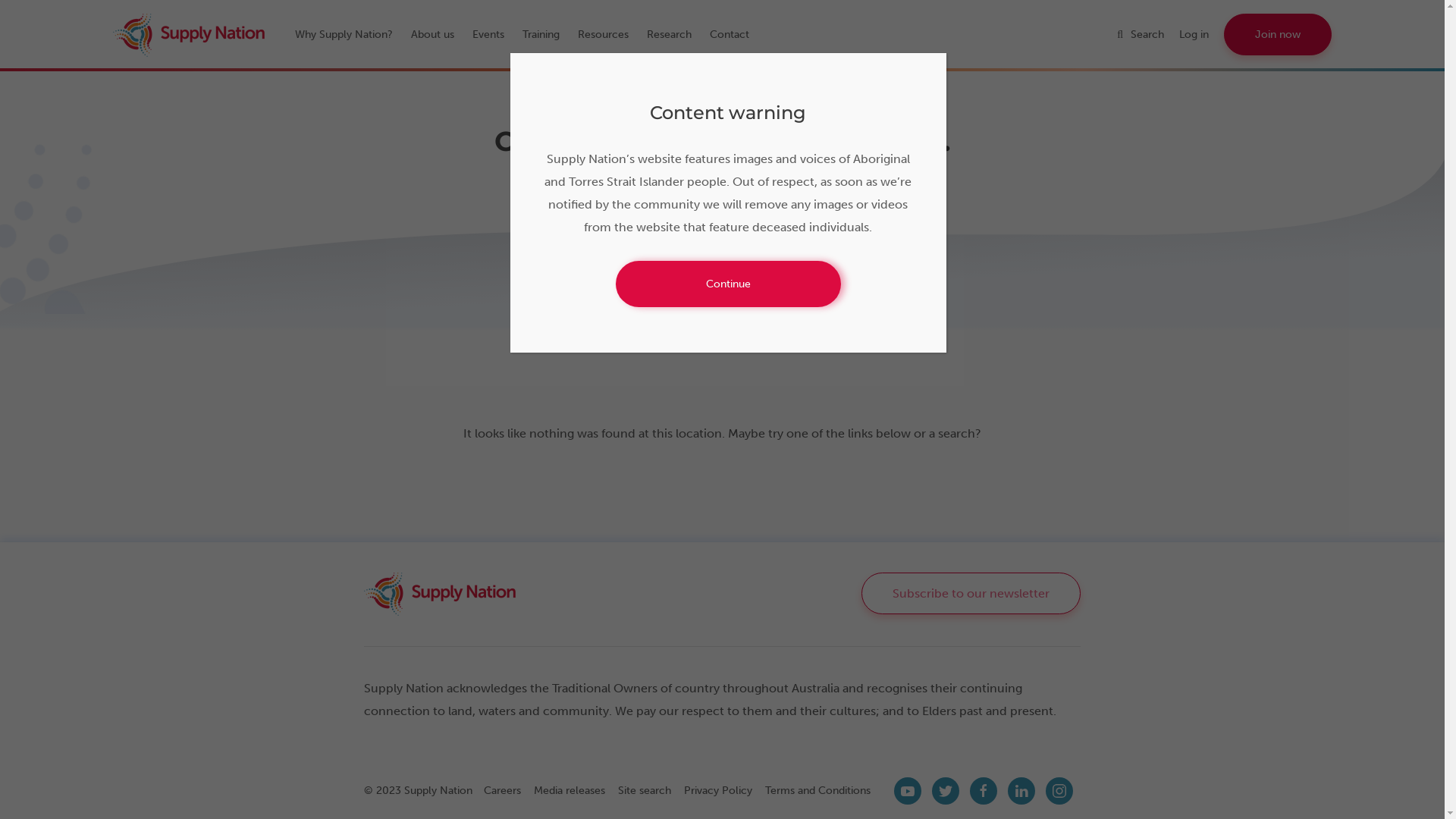 The width and height of the screenshot is (1456, 819). I want to click on 'Search', so click(1147, 34).